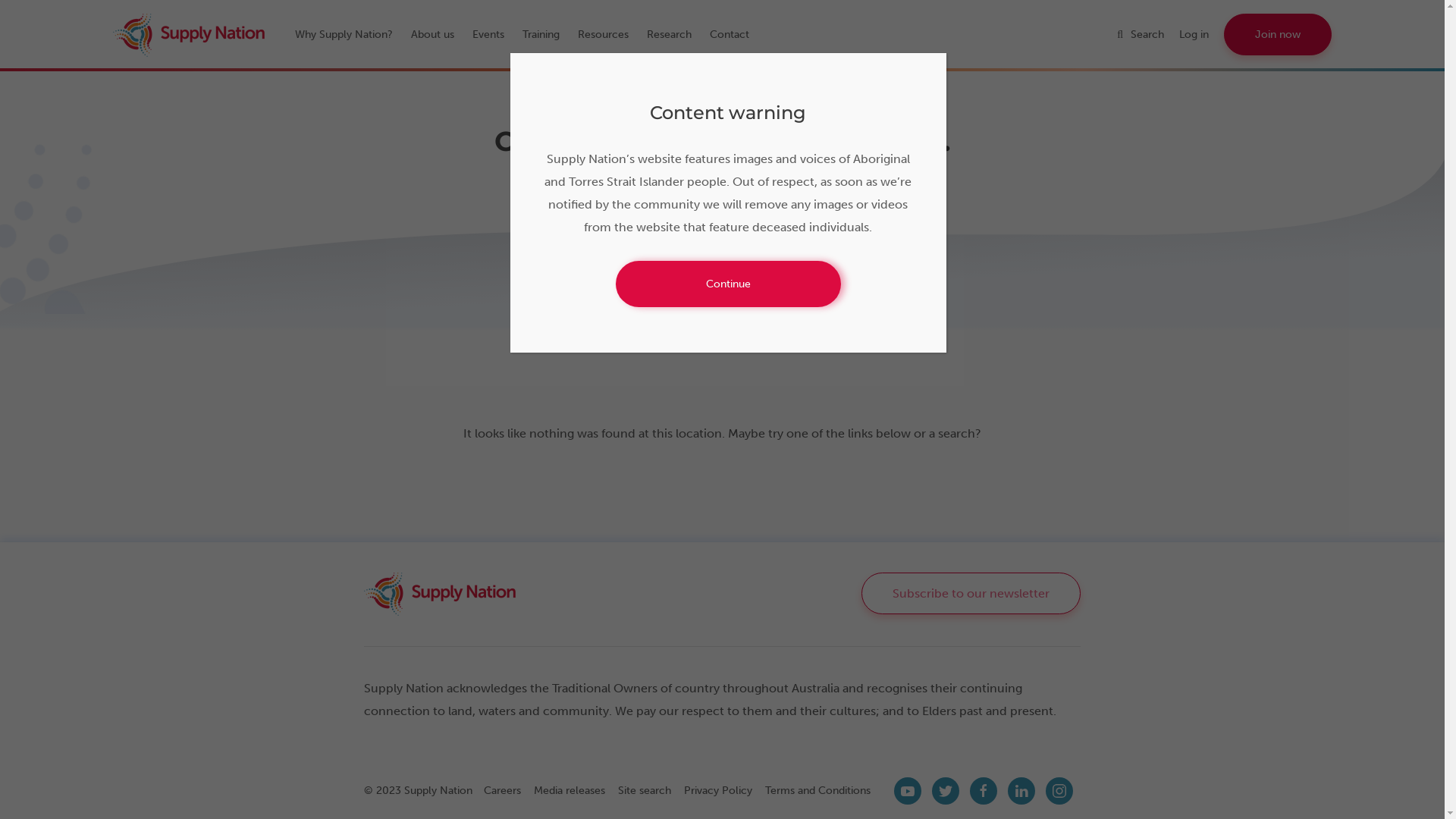 The width and height of the screenshot is (1456, 819). I want to click on 'Search', so click(1147, 34).